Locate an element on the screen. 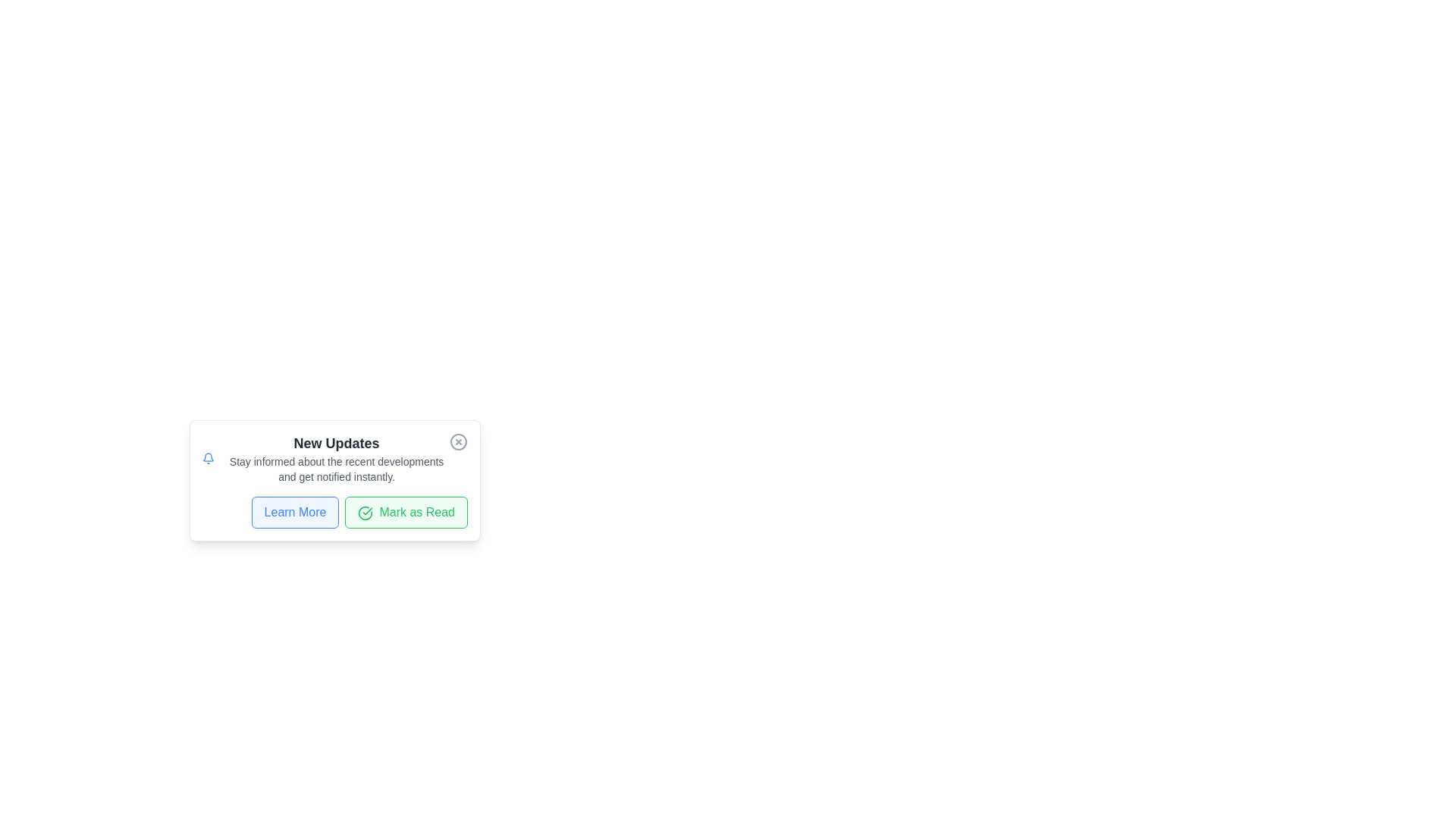  the informational text block displaying 'New Updates' and its description 'Stay informed about the recent developments and get notified instantly', located in the top section of a notification card is located at coordinates (336, 458).